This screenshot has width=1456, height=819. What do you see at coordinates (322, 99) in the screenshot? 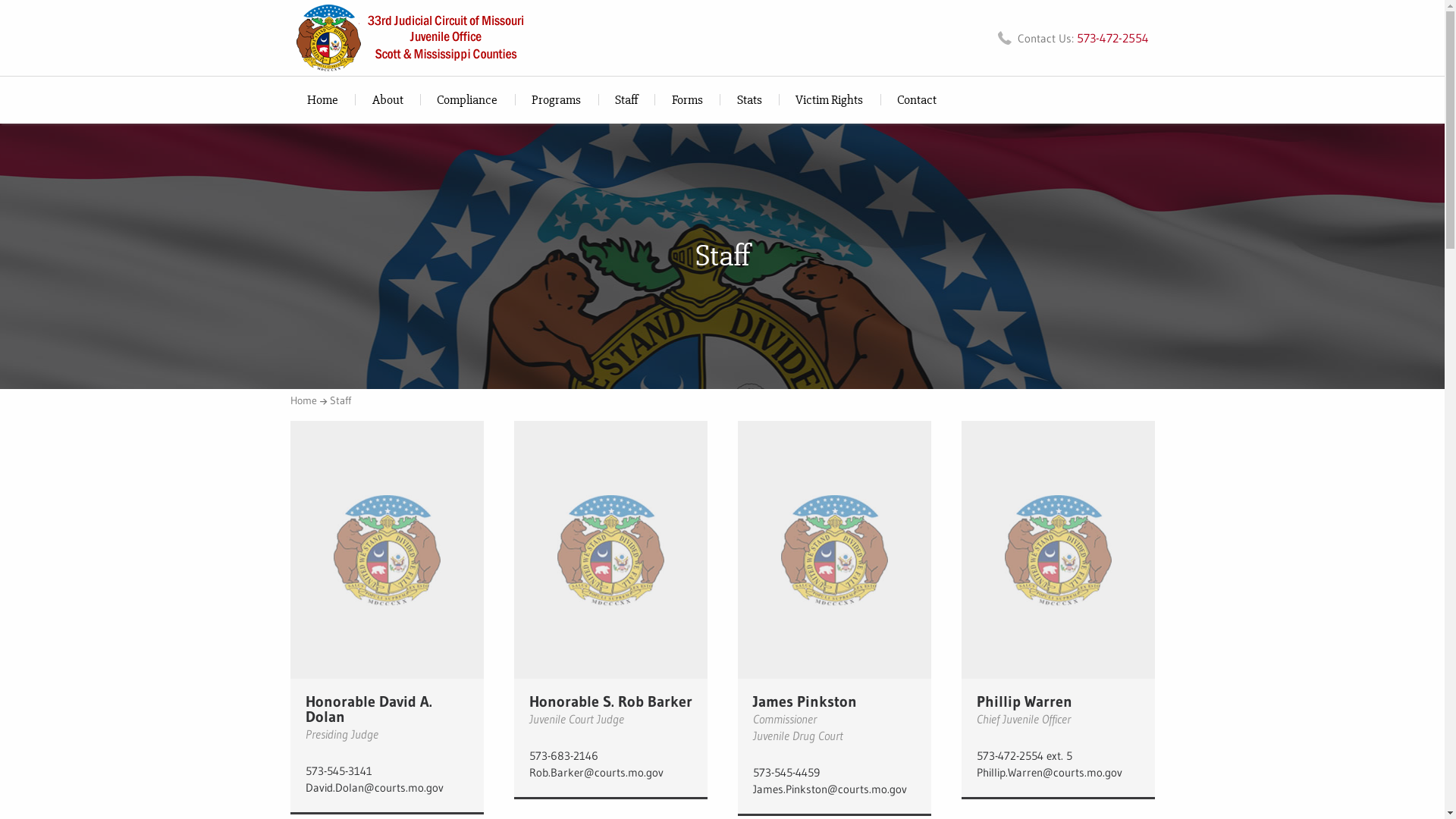
I see `'Home'` at bounding box center [322, 99].